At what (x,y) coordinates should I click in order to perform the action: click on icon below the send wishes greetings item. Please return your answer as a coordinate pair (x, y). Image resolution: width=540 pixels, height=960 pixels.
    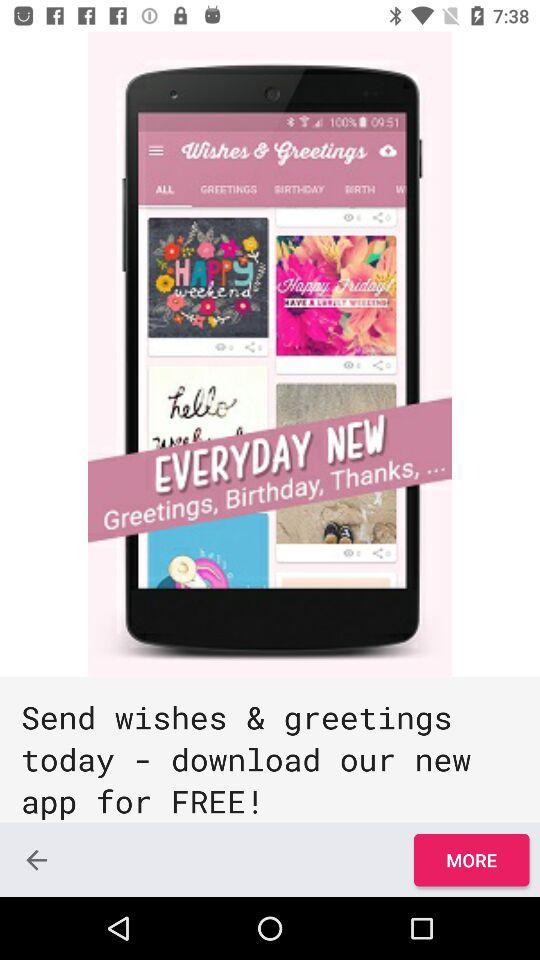
    Looking at the image, I should click on (36, 859).